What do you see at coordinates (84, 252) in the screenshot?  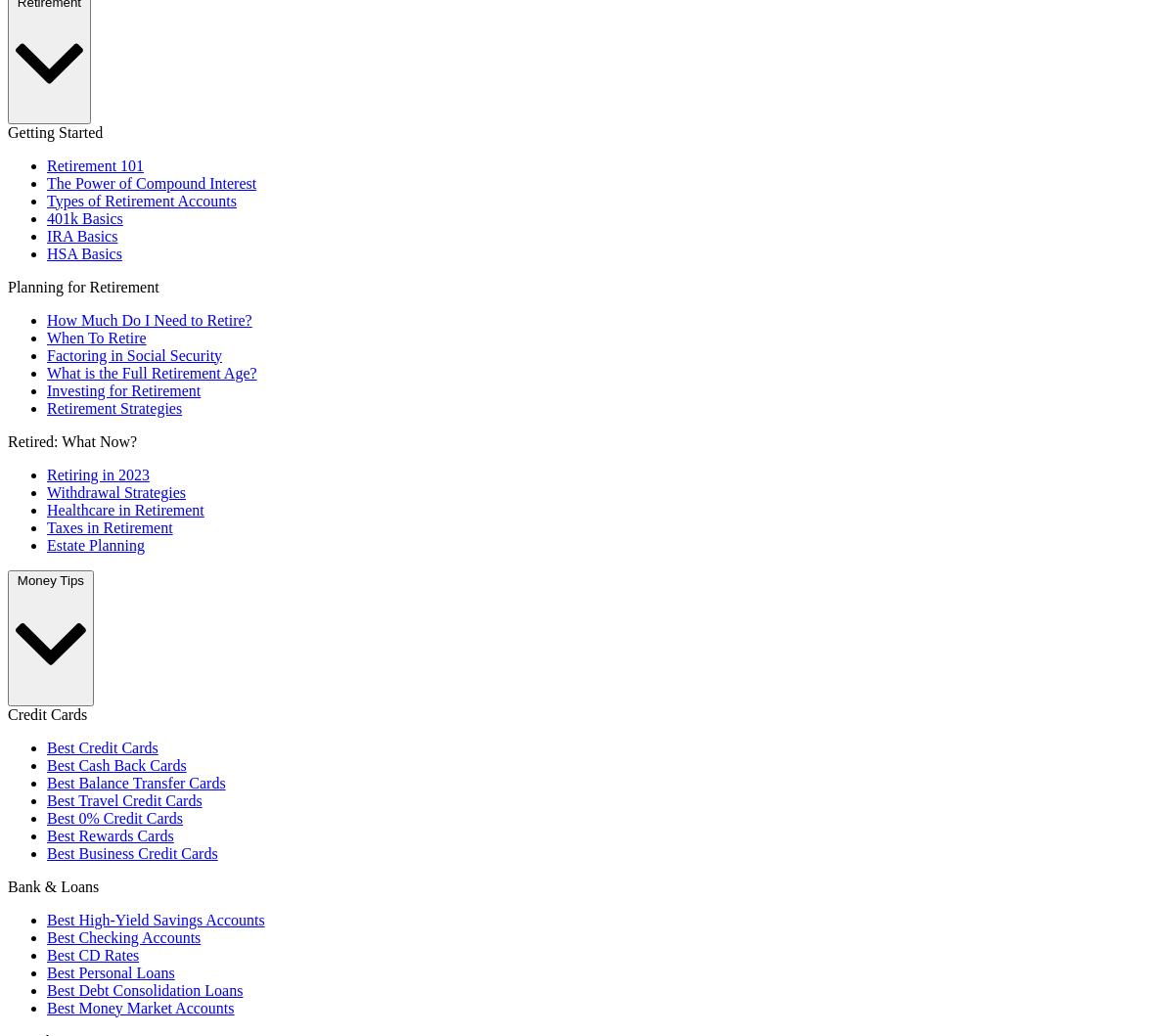 I see `'HSA Basics'` at bounding box center [84, 252].